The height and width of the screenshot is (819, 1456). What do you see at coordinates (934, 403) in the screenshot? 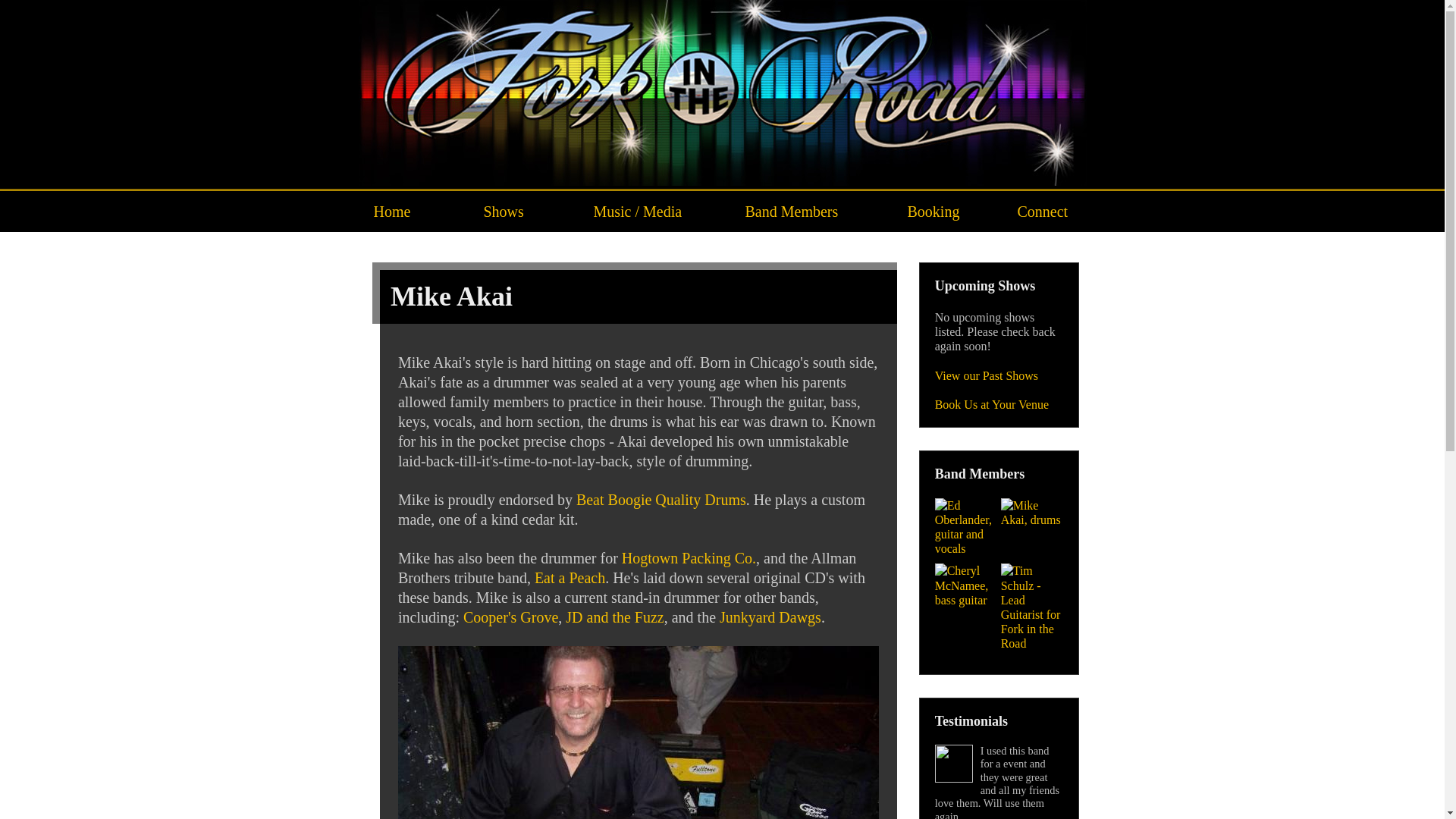
I see `'Book Us at Your Venue'` at bounding box center [934, 403].